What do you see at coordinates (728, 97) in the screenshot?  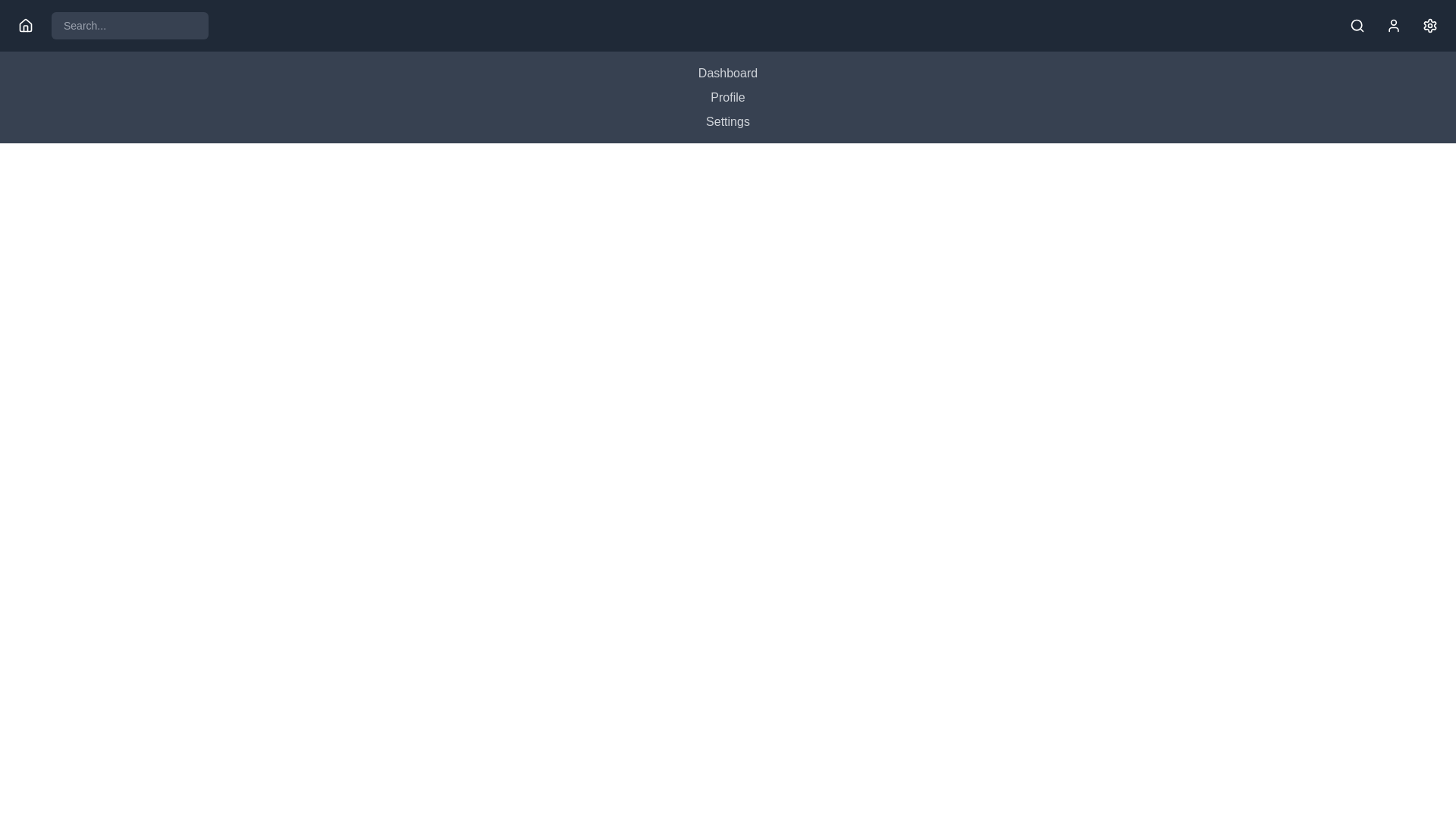 I see `the vertical list navigation/menu component located centrally below the search and navigation bar` at bounding box center [728, 97].